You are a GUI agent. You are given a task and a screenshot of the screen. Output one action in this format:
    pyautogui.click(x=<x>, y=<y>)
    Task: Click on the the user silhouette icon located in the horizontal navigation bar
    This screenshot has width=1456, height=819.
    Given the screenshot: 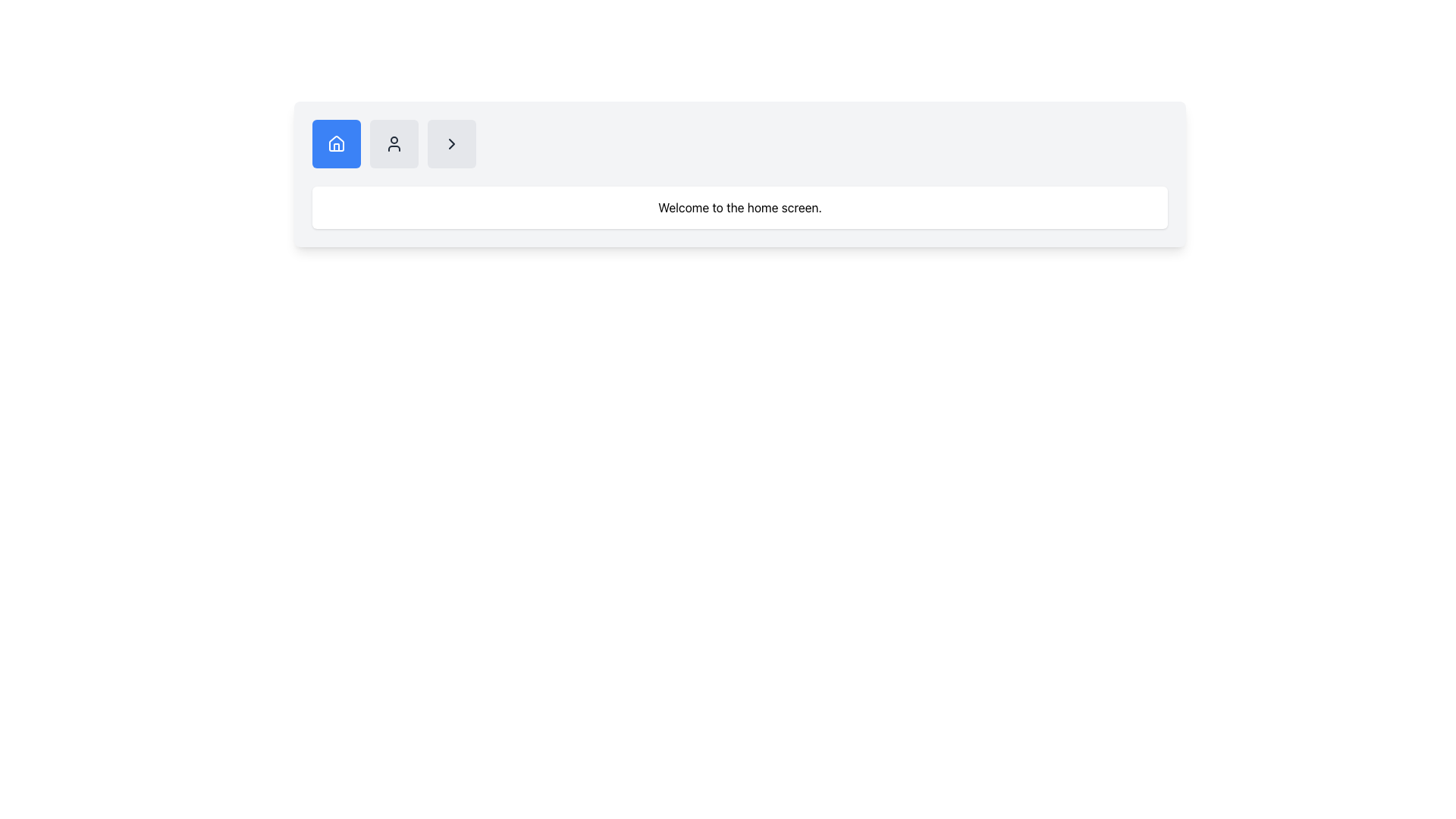 What is the action you would take?
    pyautogui.click(x=394, y=143)
    